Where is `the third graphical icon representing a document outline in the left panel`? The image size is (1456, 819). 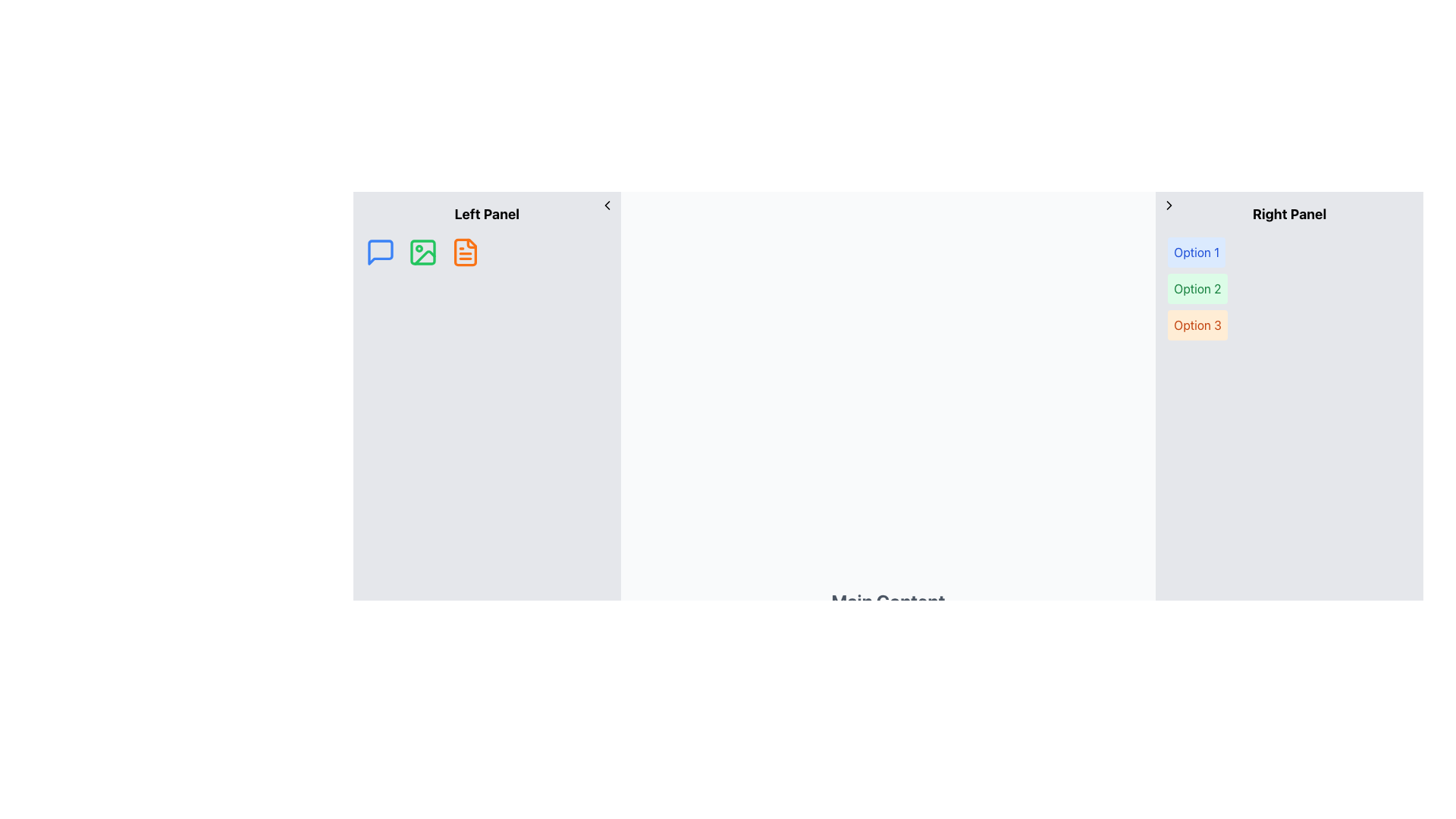
the third graphical icon representing a document outline in the left panel is located at coordinates (465, 251).